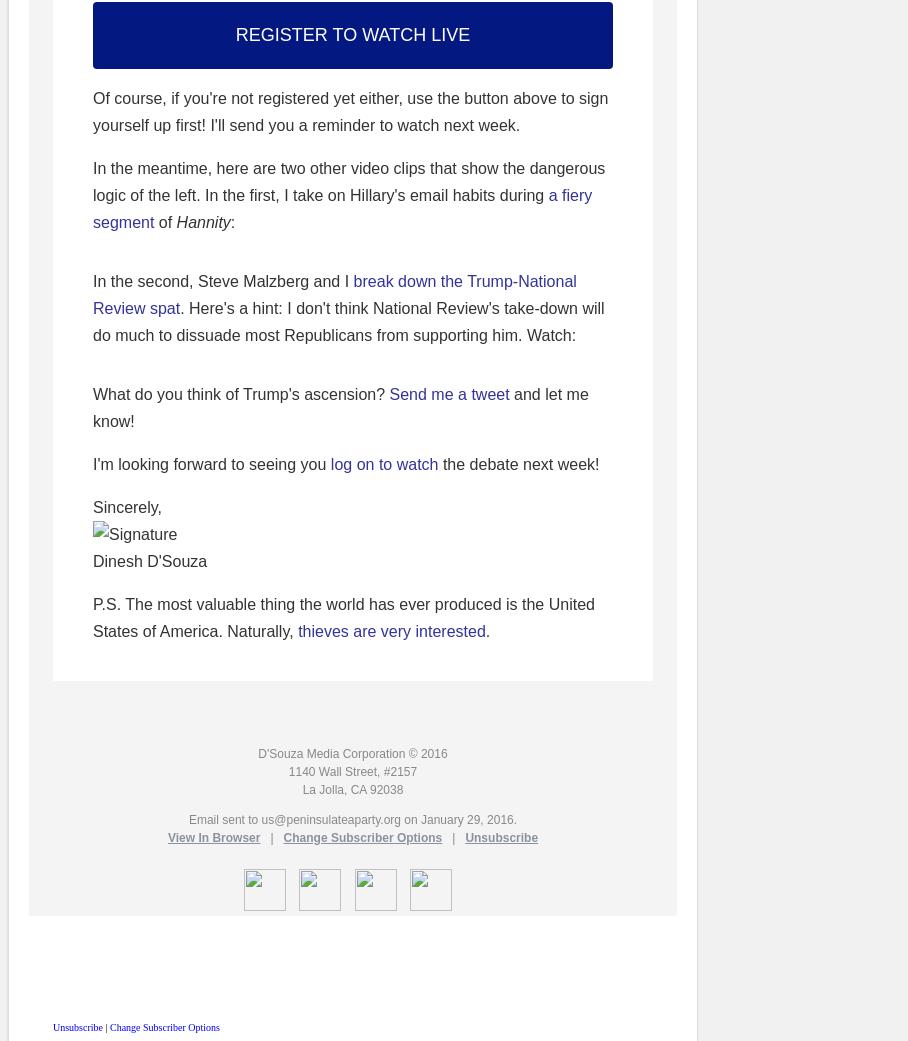 The width and height of the screenshot is (908, 1041). I want to click on 'thieves are very interested', so click(298, 630).